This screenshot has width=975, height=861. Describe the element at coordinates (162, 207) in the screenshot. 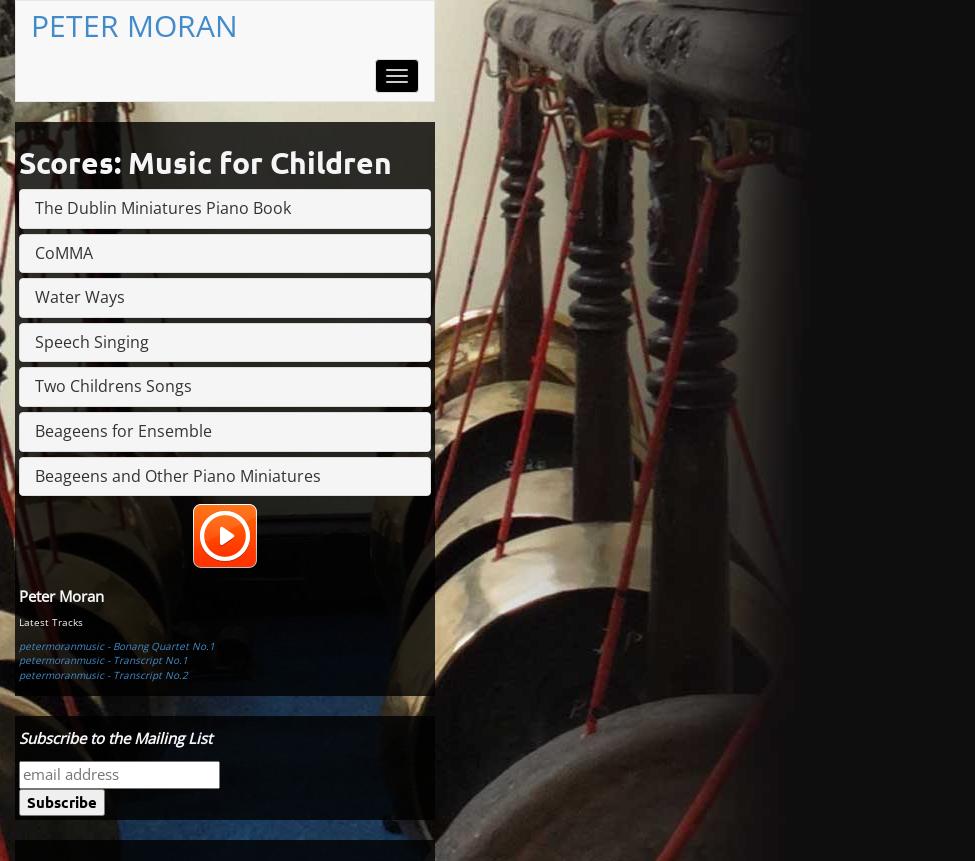

I see `'The Dublin Miniatures Piano Book'` at that location.